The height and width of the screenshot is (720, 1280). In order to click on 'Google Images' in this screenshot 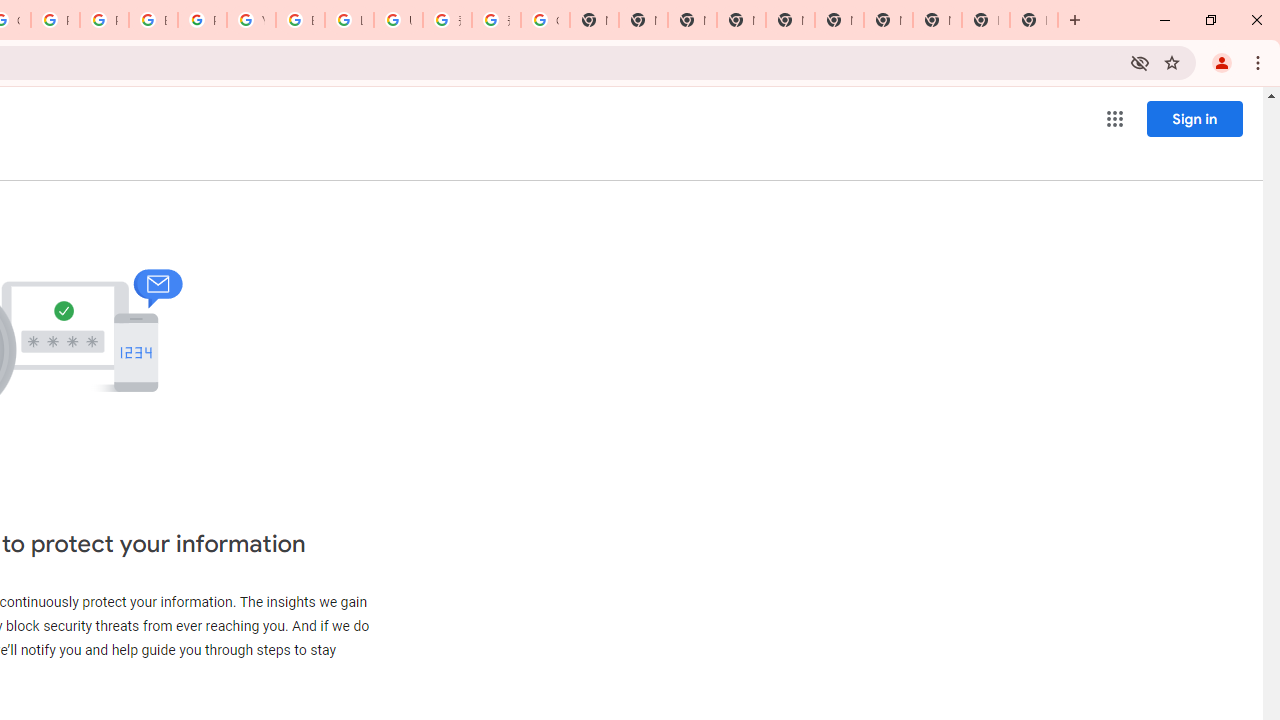, I will do `click(545, 20)`.